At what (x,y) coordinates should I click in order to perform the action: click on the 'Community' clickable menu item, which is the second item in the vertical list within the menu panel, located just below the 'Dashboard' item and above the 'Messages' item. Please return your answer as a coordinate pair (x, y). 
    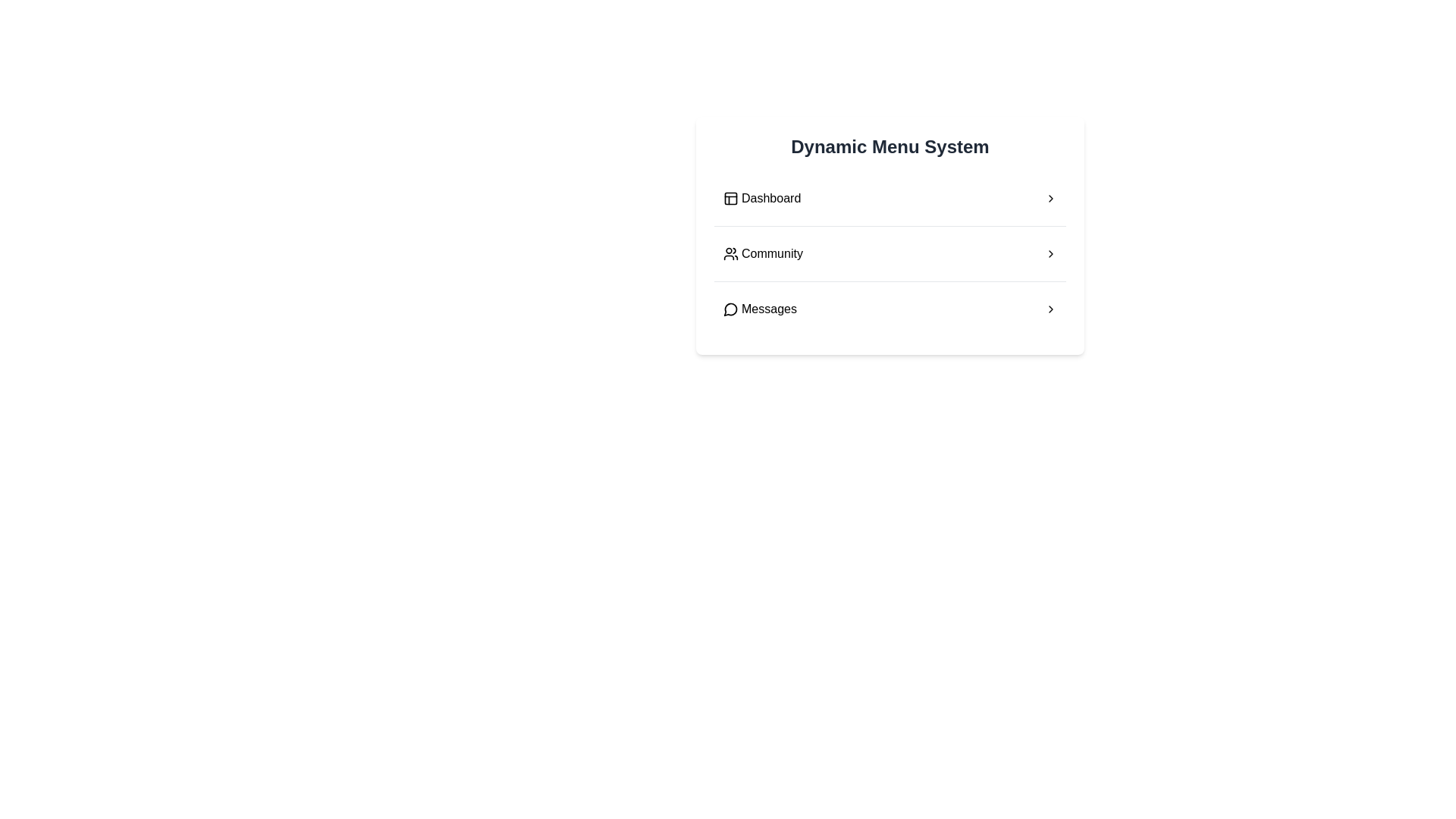
    Looking at the image, I should click on (890, 253).